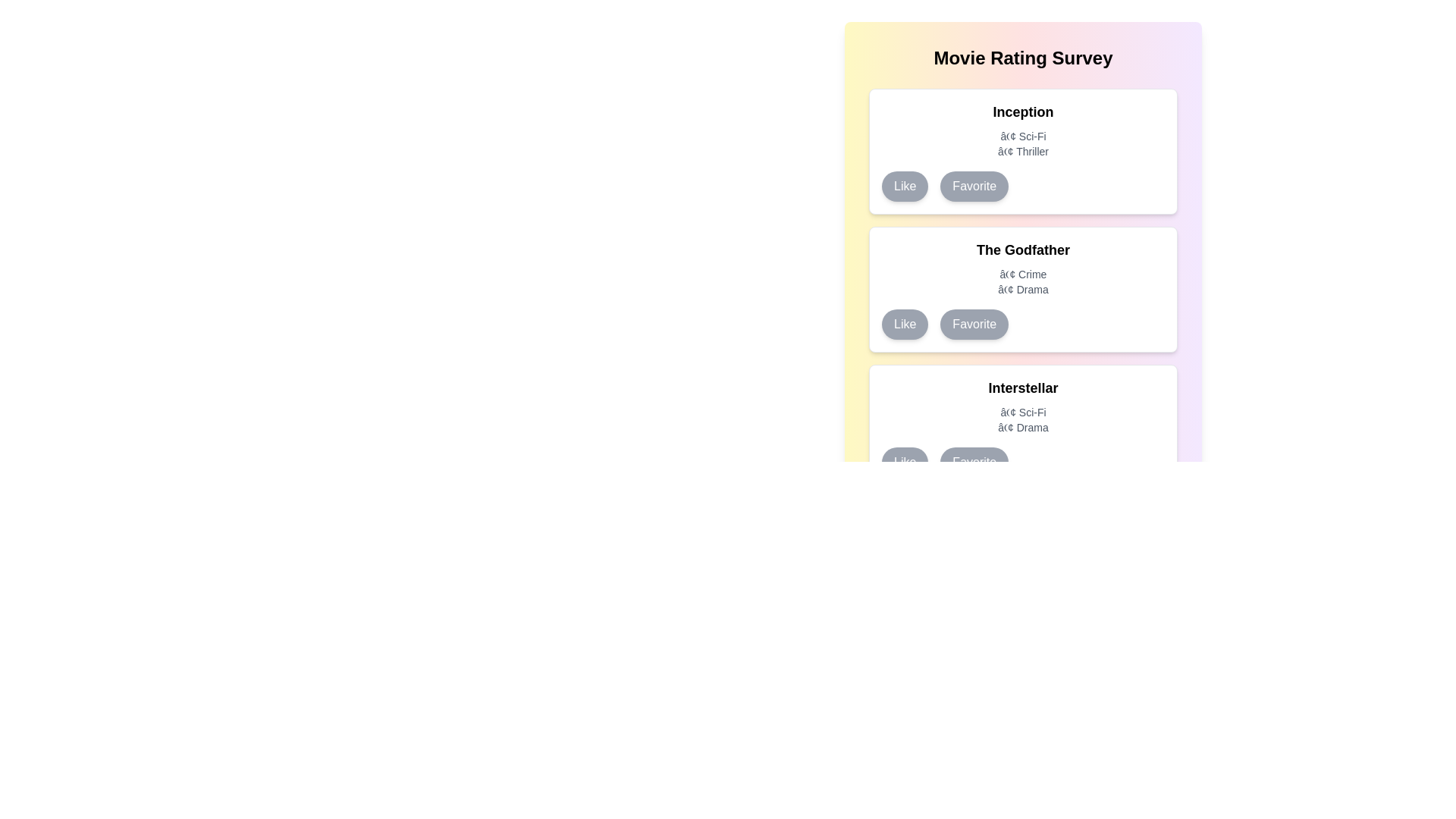  Describe the element at coordinates (974, 186) in the screenshot. I see `the gray button labeled 'Favorite'` at that location.